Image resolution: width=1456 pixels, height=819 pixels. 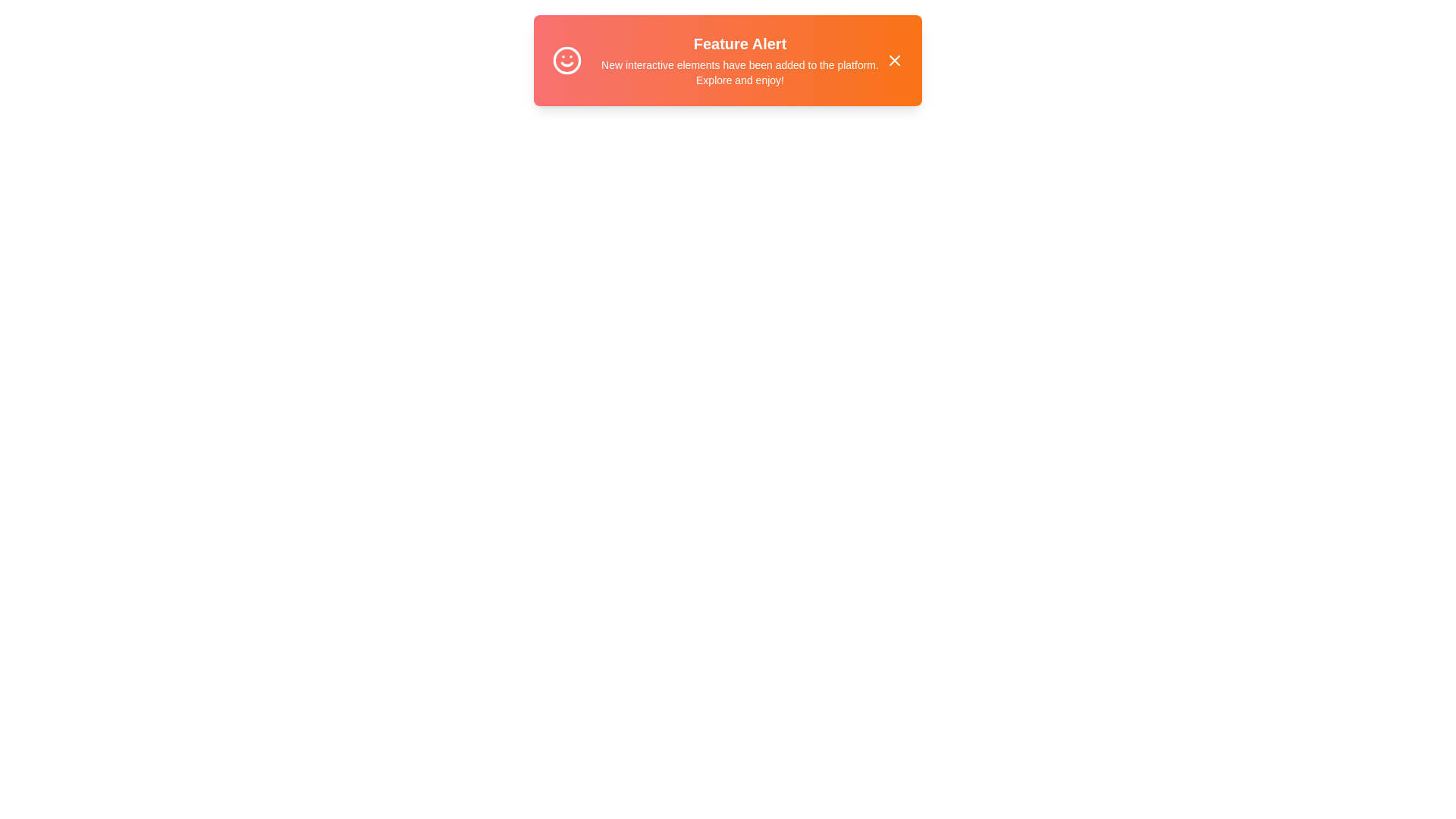 What do you see at coordinates (566, 60) in the screenshot?
I see `the icon next to the text in the snackbar` at bounding box center [566, 60].